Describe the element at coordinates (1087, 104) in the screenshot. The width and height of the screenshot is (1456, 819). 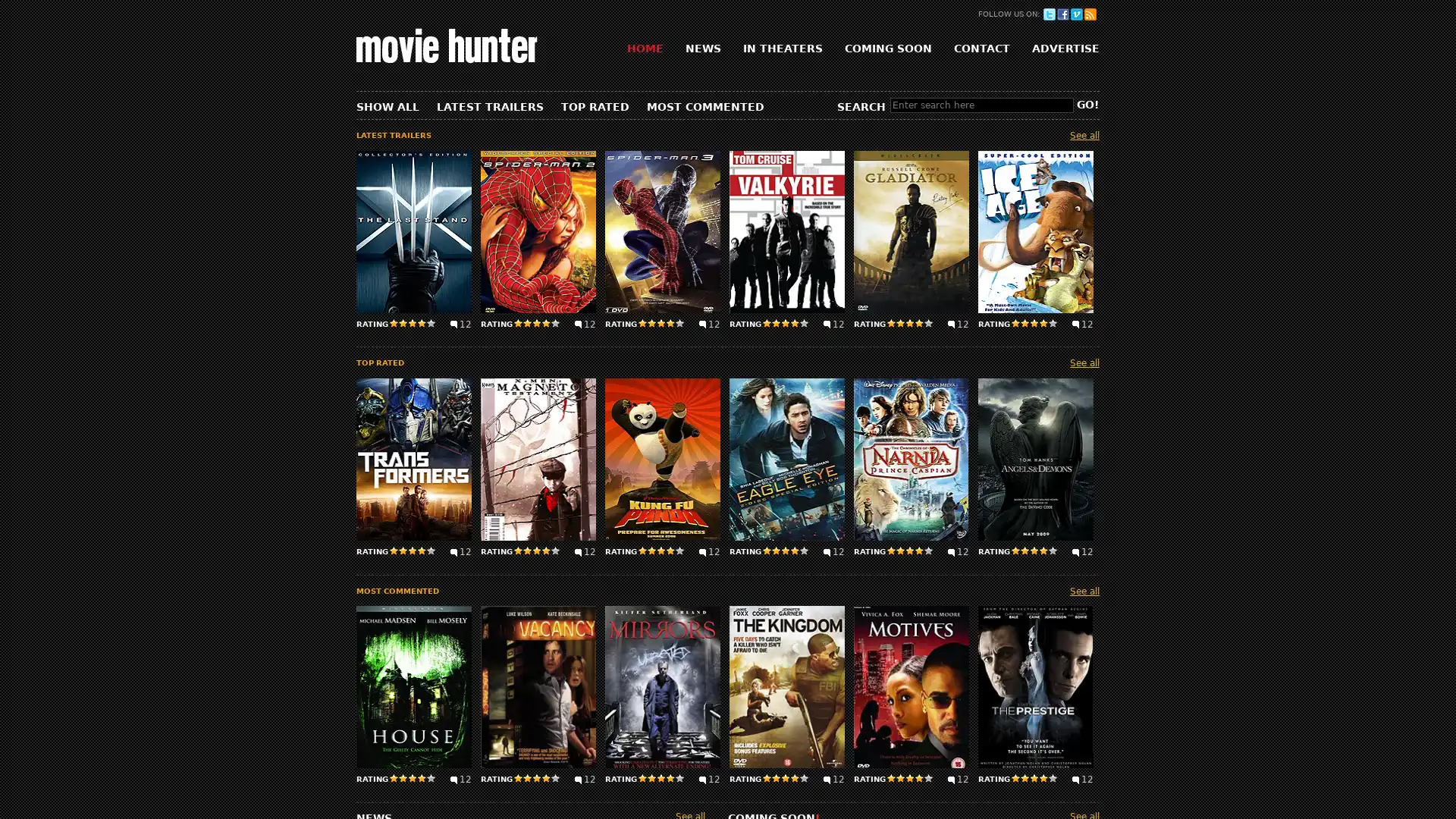
I see `GO!` at that location.